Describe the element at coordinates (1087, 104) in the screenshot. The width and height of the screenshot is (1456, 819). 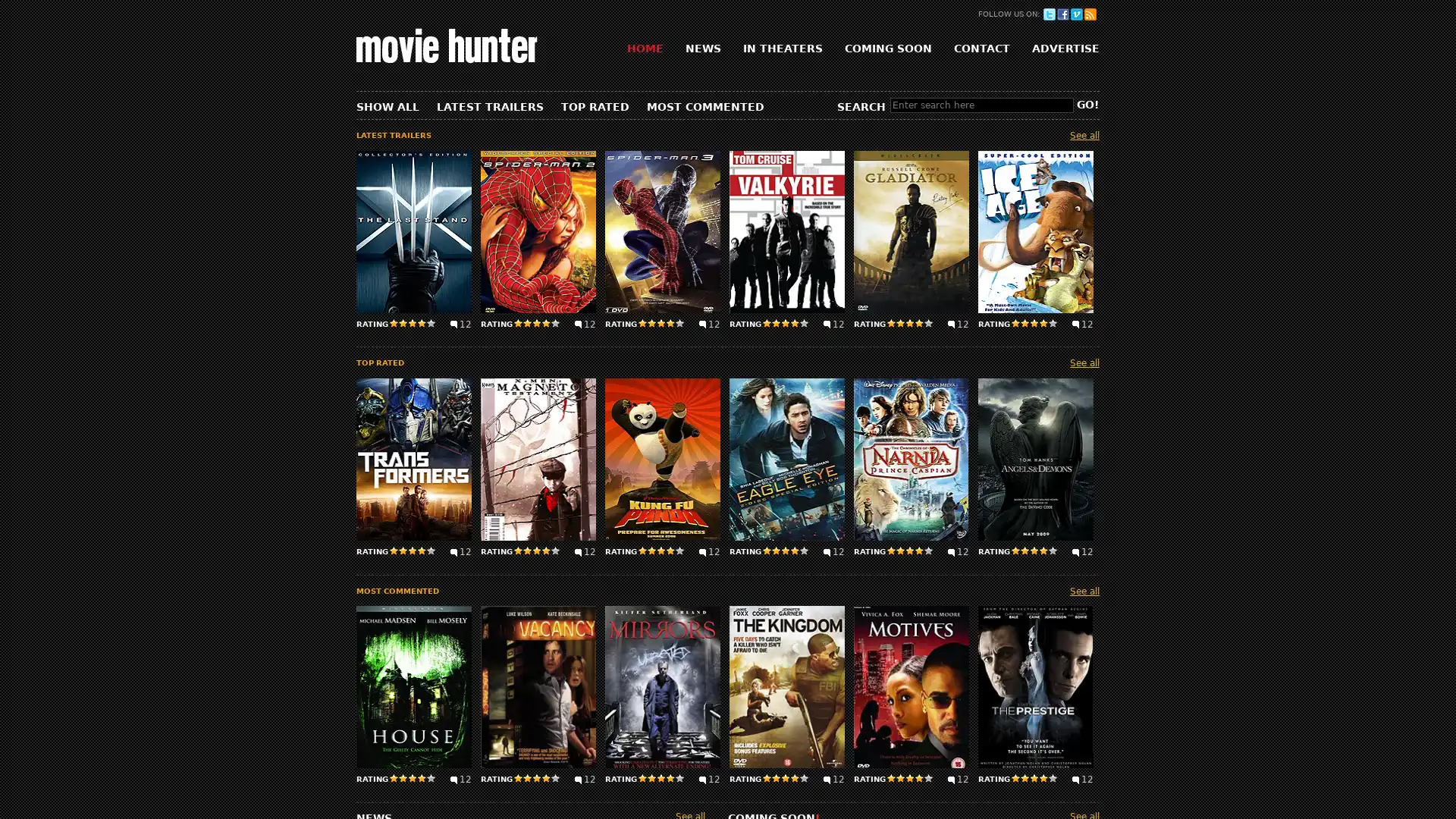
I see `GO!` at that location.